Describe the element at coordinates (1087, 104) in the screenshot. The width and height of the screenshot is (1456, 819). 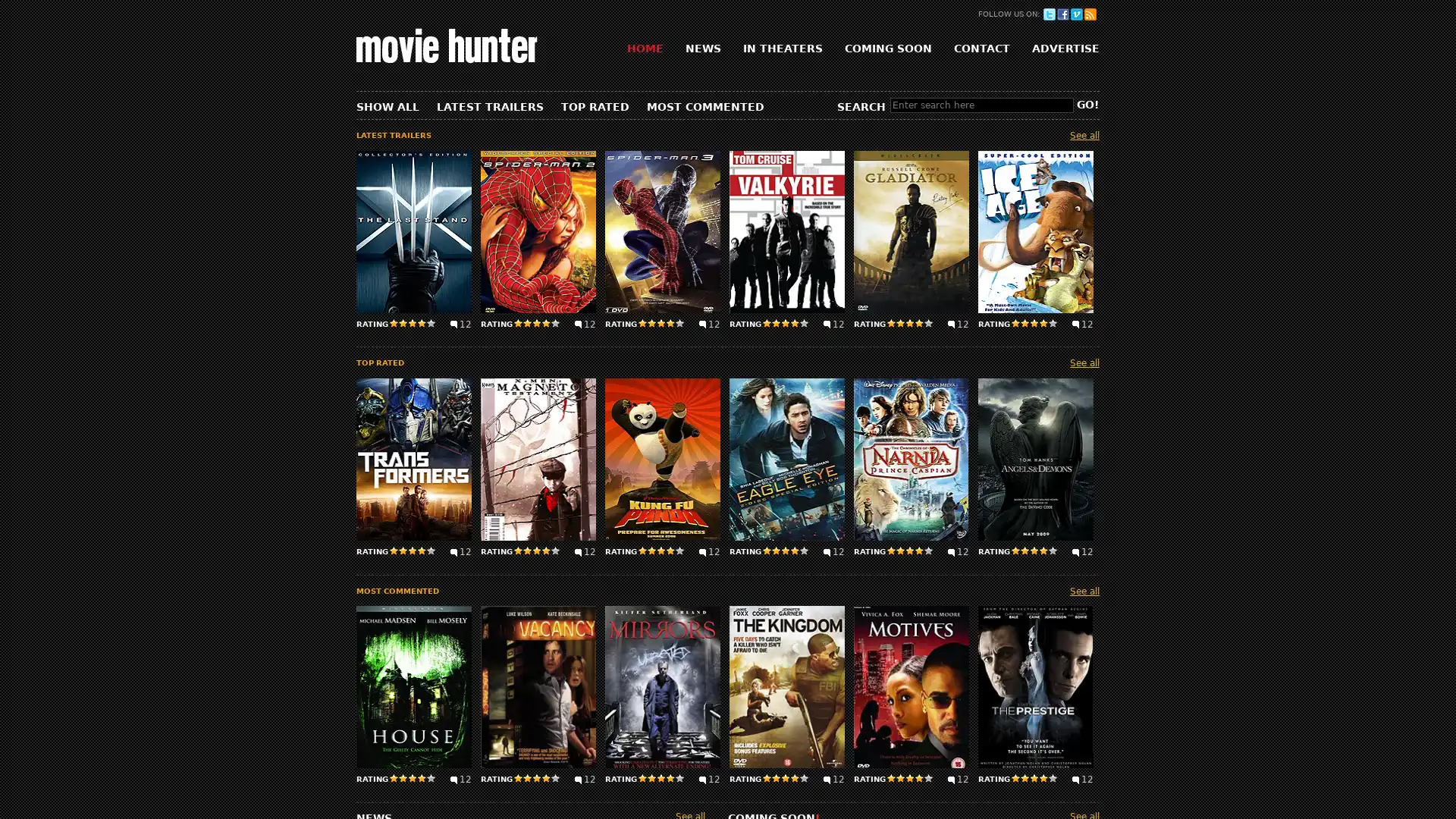
I see `GO!` at that location.